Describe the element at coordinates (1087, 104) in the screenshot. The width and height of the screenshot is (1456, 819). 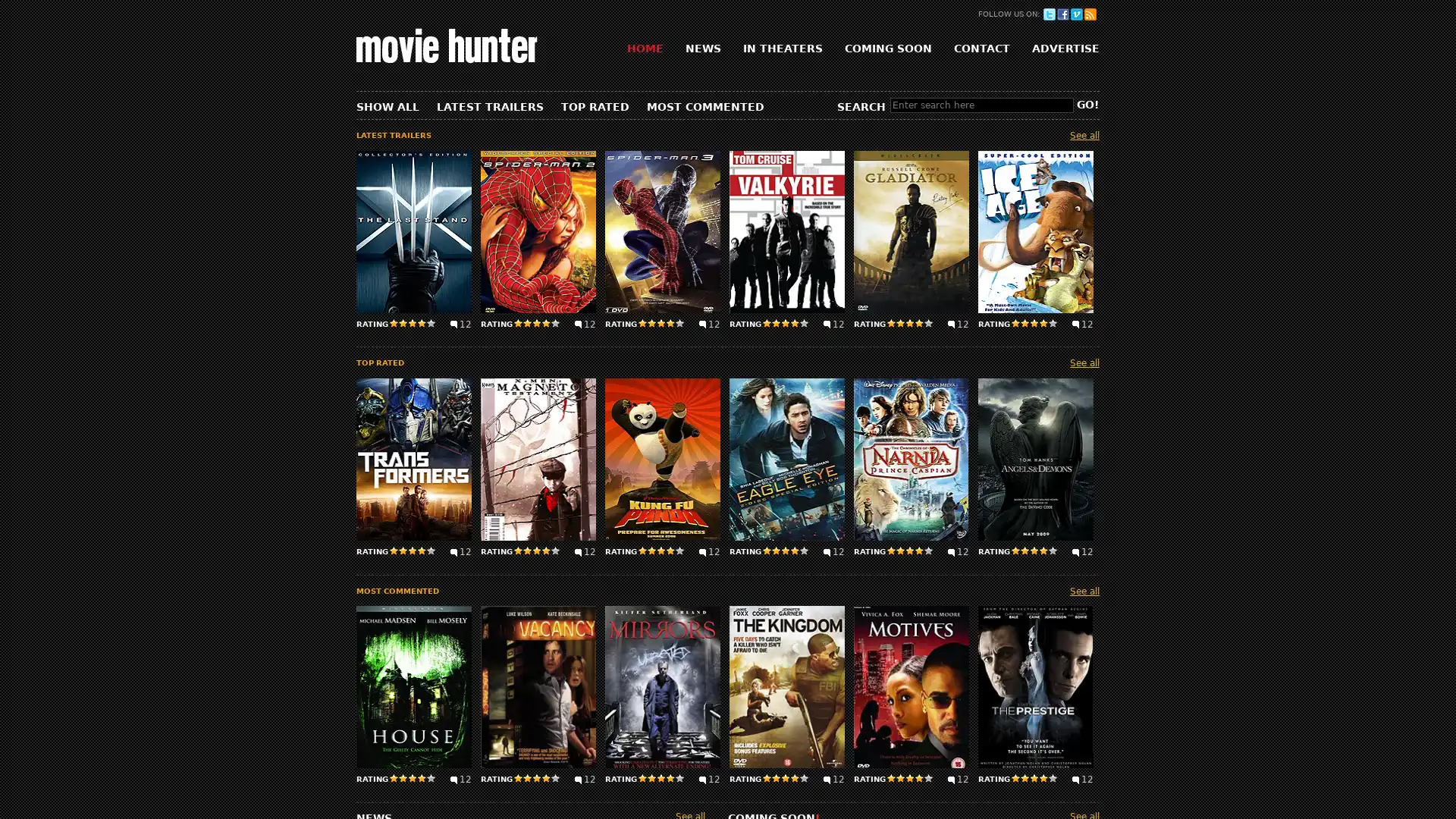
I see `GO!` at that location.